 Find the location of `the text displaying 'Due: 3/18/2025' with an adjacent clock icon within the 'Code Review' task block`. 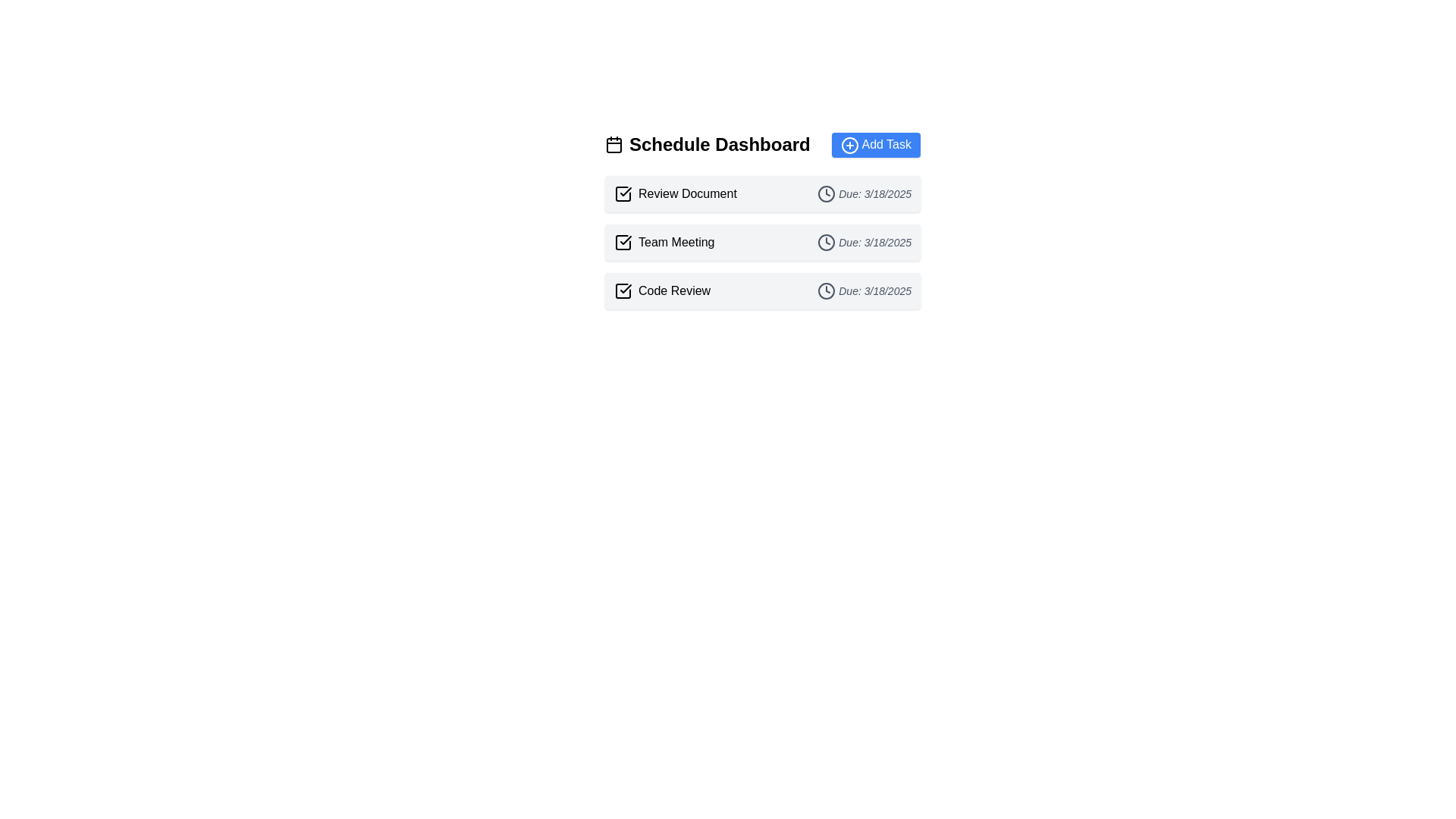

the text displaying 'Due: 3/18/2025' with an adjacent clock icon within the 'Code Review' task block is located at coordinates (864, 290).